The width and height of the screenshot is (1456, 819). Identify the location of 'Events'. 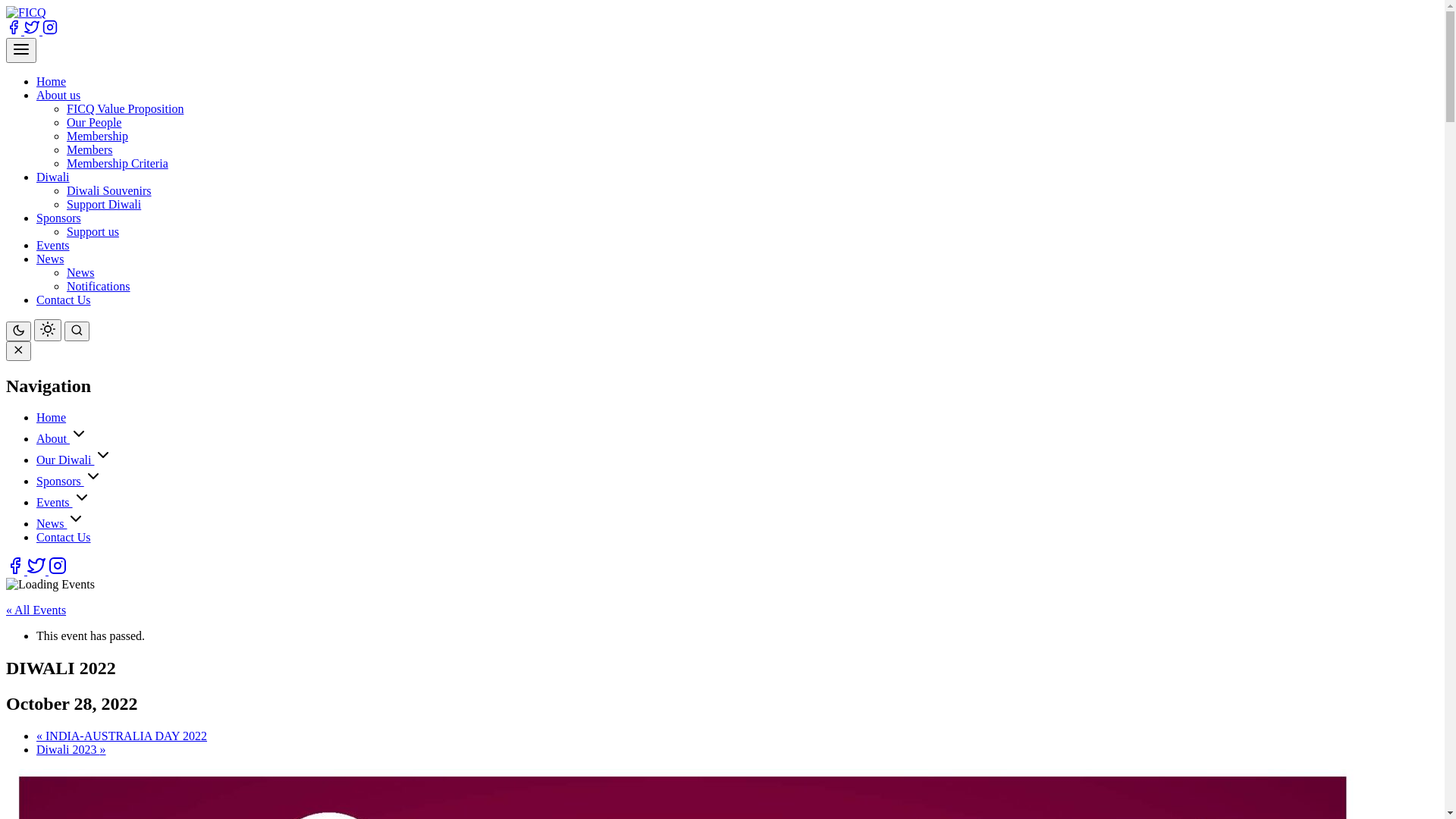
(53, 244).